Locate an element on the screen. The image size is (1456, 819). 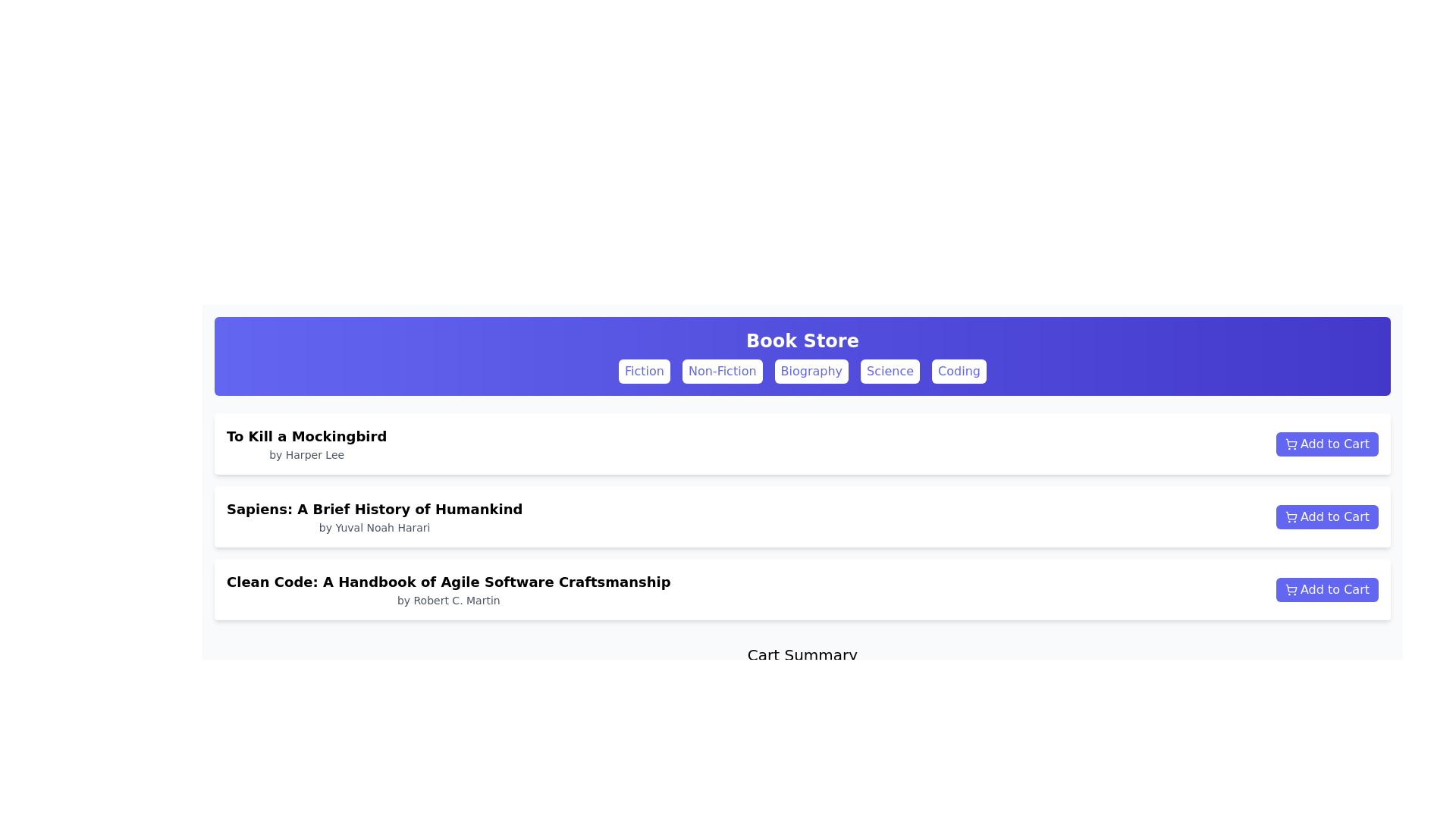
the text element displaying 'by Yuval Noah Harari', which is styled in gray and located beneath the title of the book 'Sapiens: A Brief History of Humankind' is located at coordinates (375, 526).